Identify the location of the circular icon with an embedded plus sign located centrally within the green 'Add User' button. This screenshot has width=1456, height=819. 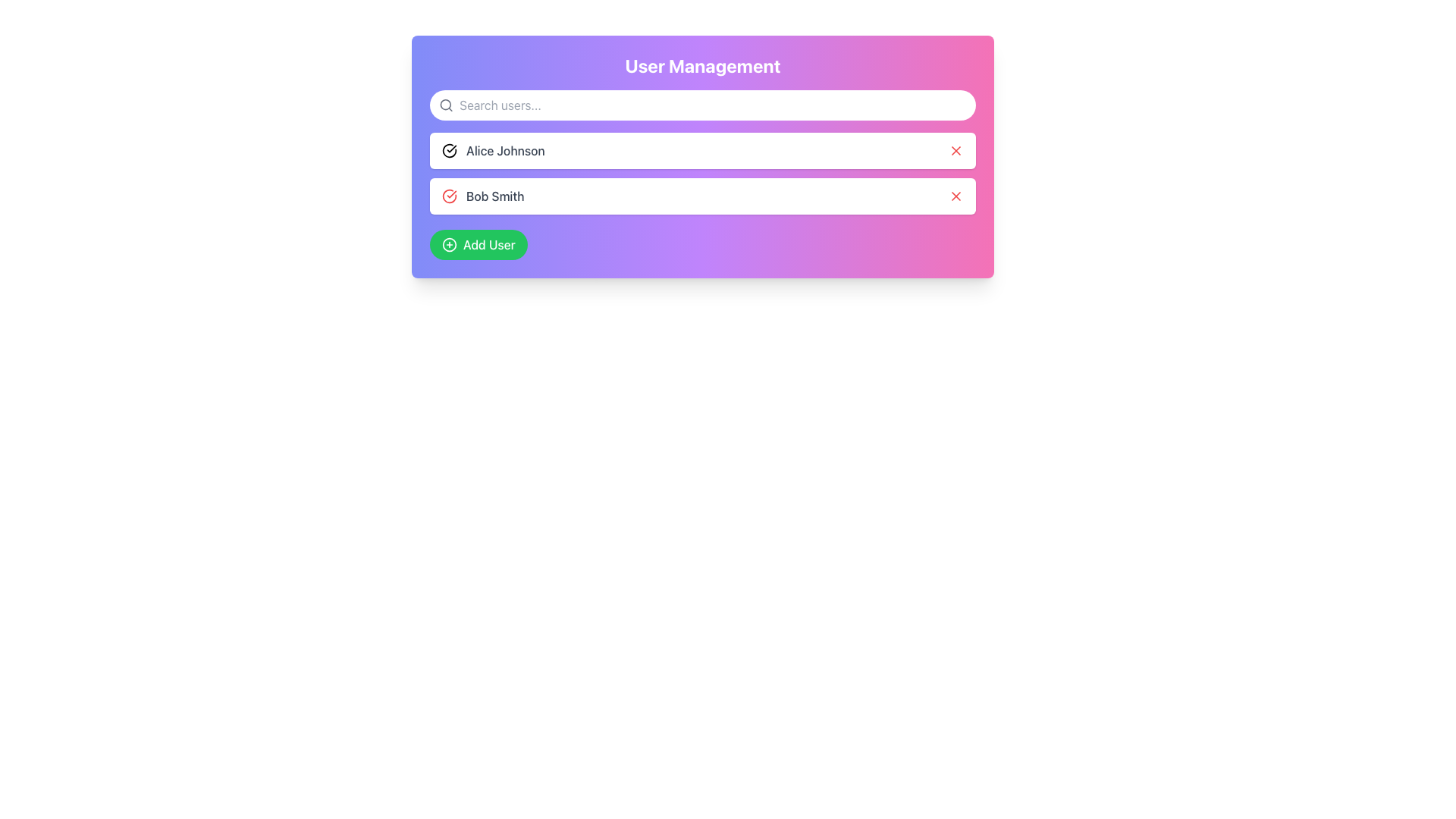
(449, 244).